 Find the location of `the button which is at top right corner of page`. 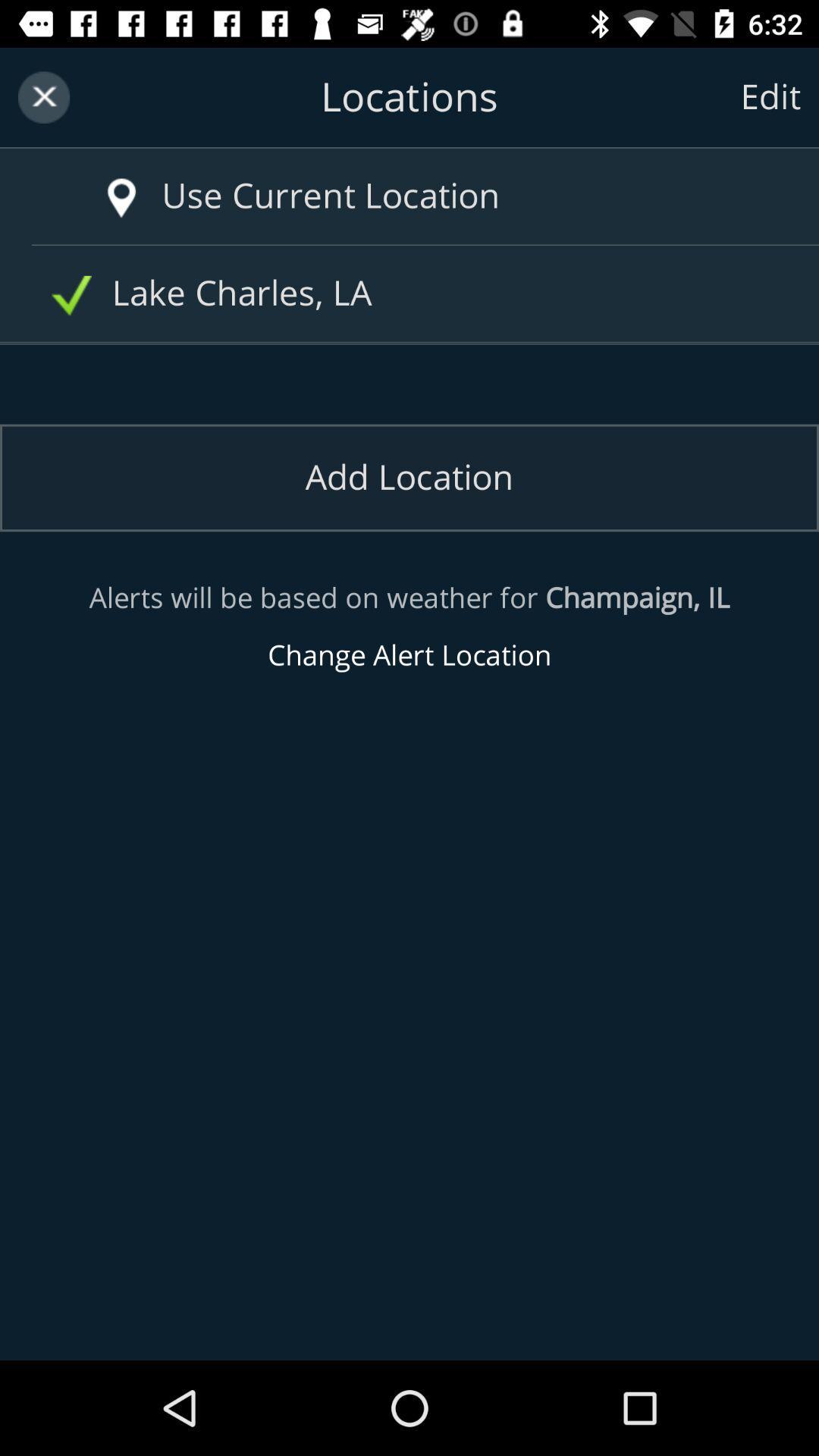

the button which is at top right corner of page is located at coordinates (770, 96).